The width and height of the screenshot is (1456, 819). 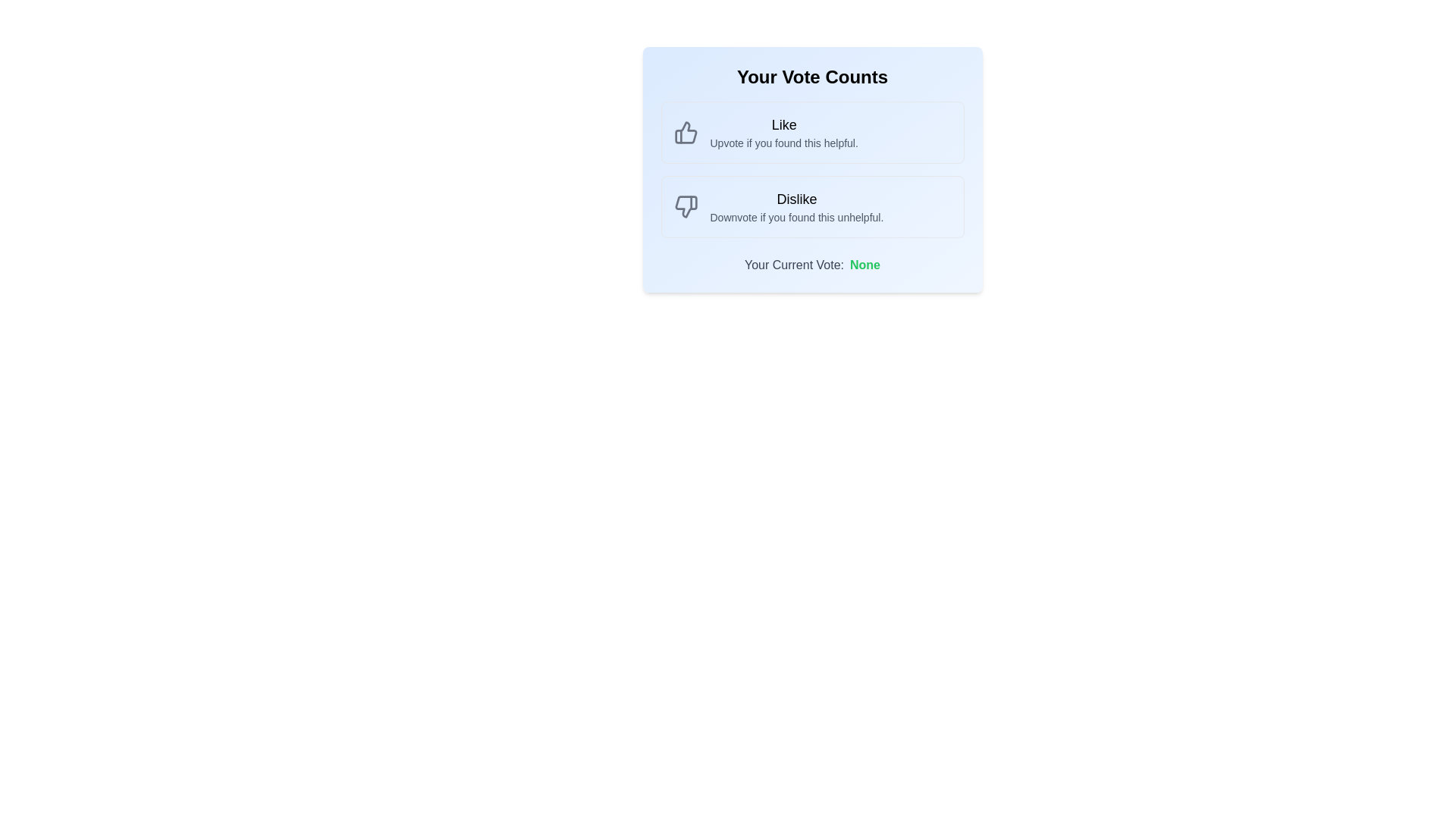 What do you see at coordinates (865, 264) in the screenshot?
I see `the text label displaying the user's current vote status, which indicates 'Your Current Vote: None' and is located within the panel labeled 'Your Vote Counts'` at bounding box center [865, 264].